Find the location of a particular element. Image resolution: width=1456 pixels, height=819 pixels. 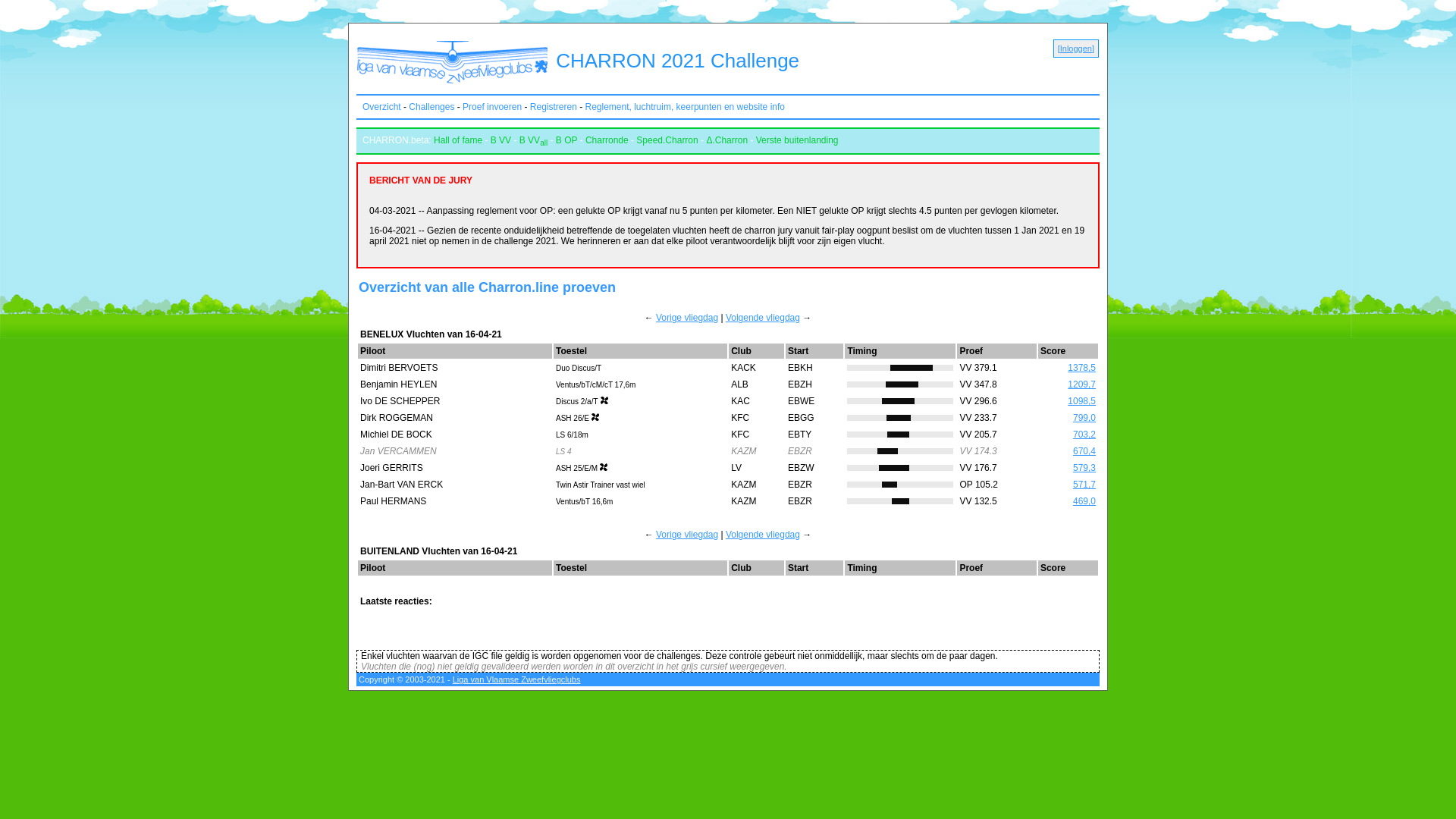

'579,3' is located at coordinates (1072, 467).